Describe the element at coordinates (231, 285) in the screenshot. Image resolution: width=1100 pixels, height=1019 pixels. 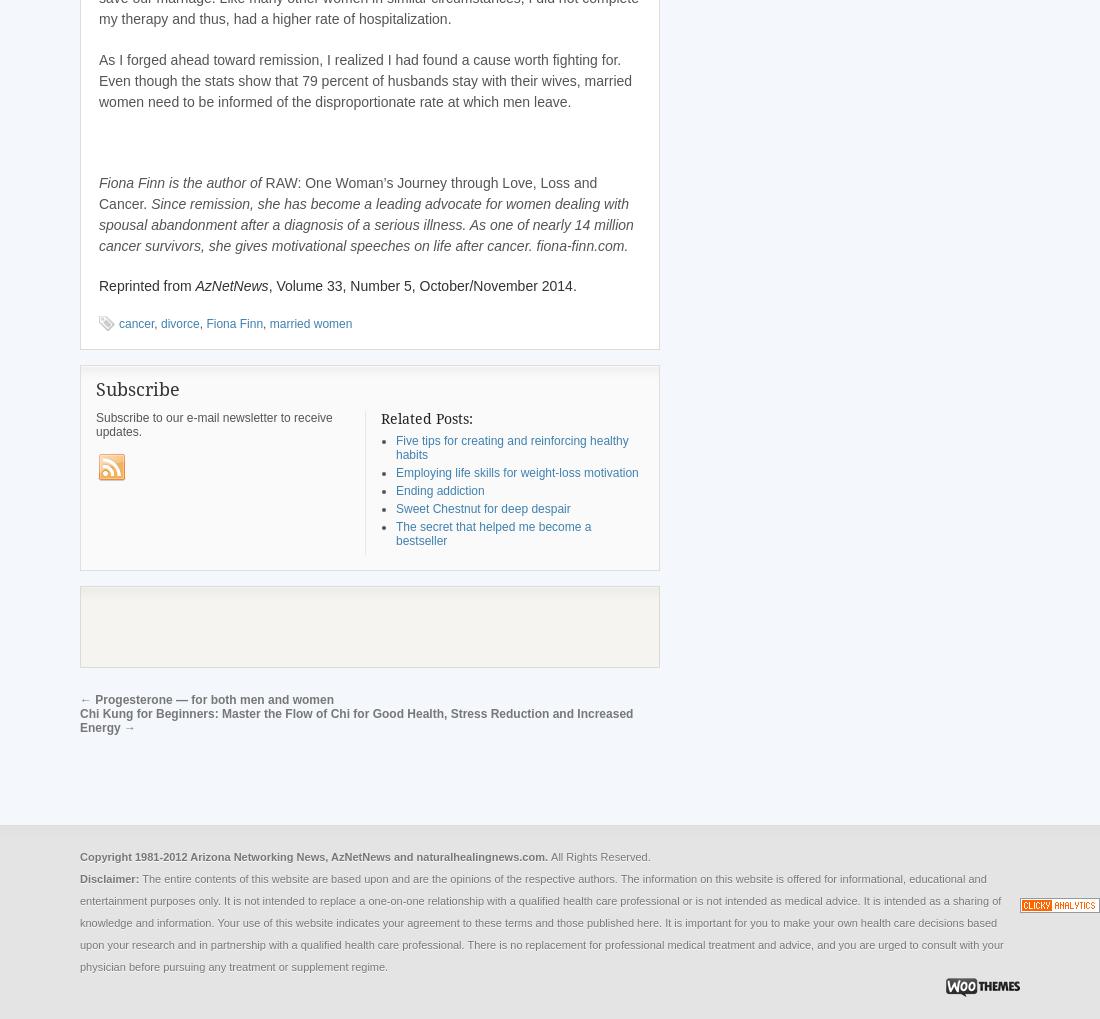
I see `'AzNetNews'` at that location.